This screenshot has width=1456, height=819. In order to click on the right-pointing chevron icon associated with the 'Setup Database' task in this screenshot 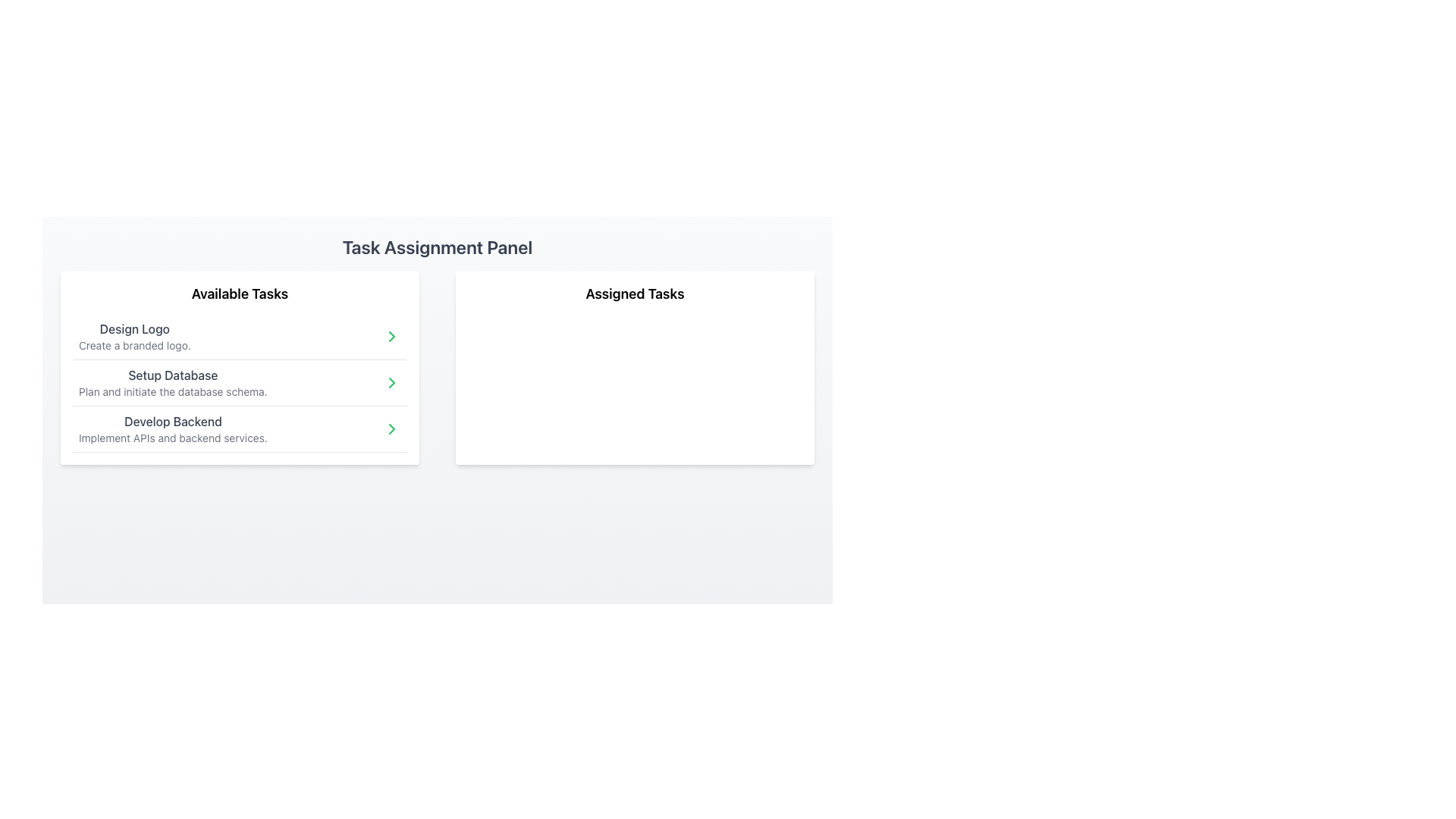, I will do `click(392, 335)`.